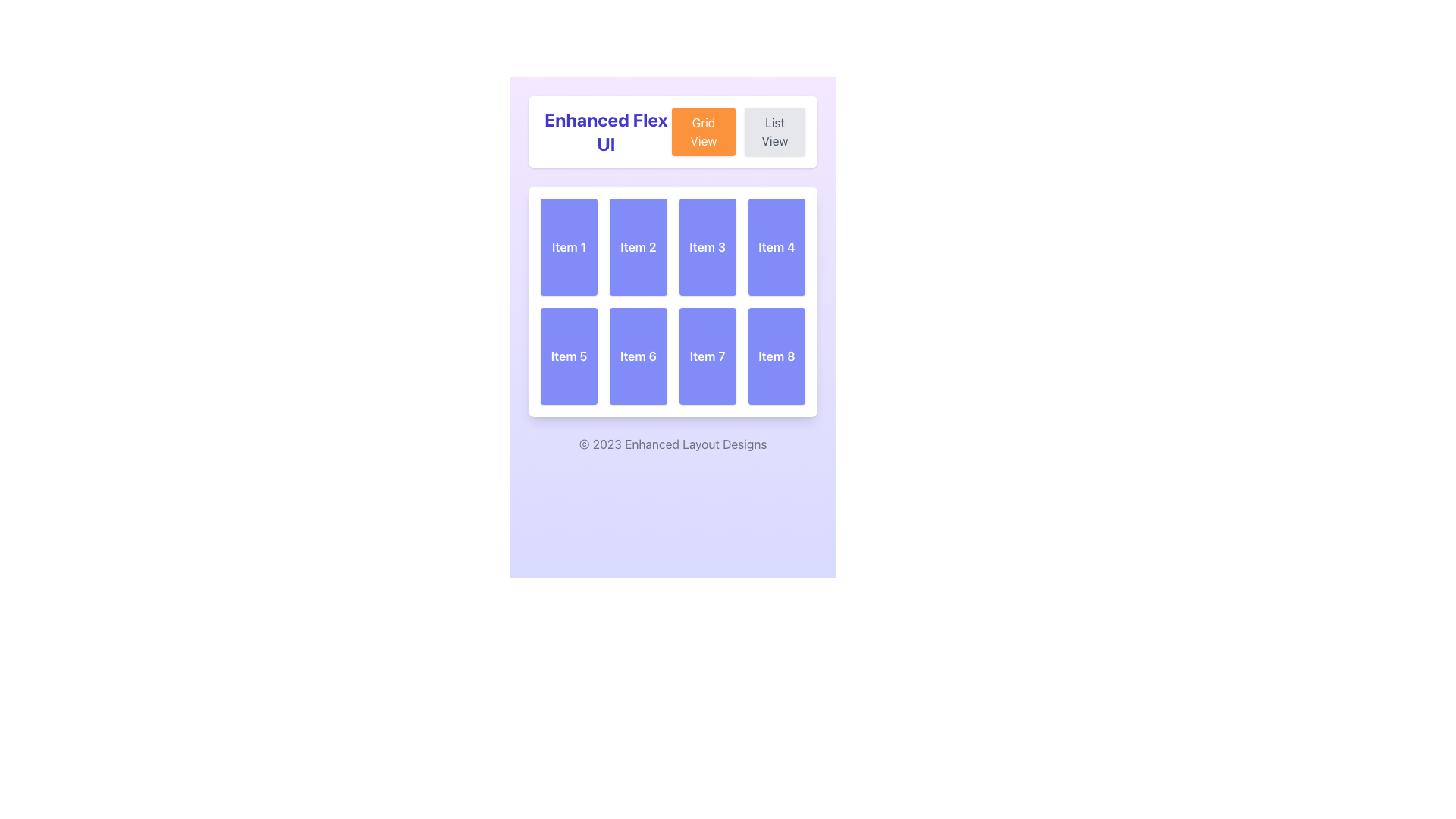 The height and width of the screenshot is (819, 1456). Describe the element at coordinates (568, 246) in the screenshot. I see `the blue button labeled 'Item 1' with white bold text` at that location.